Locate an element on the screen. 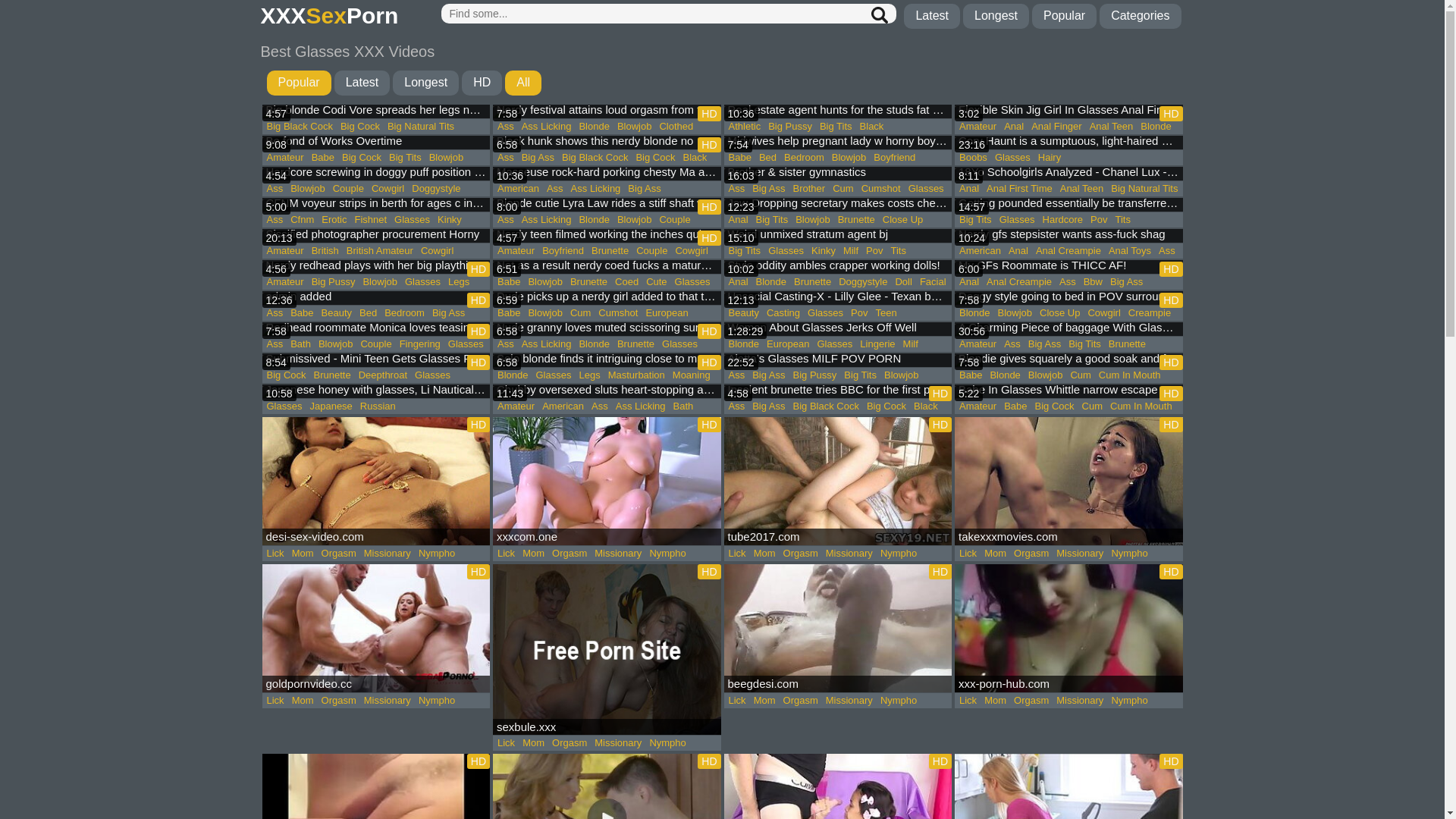 The image size is (1456, 819). 'Midwives help pregnant lady w horny boyfriend! is located at coordinates (836, 143).